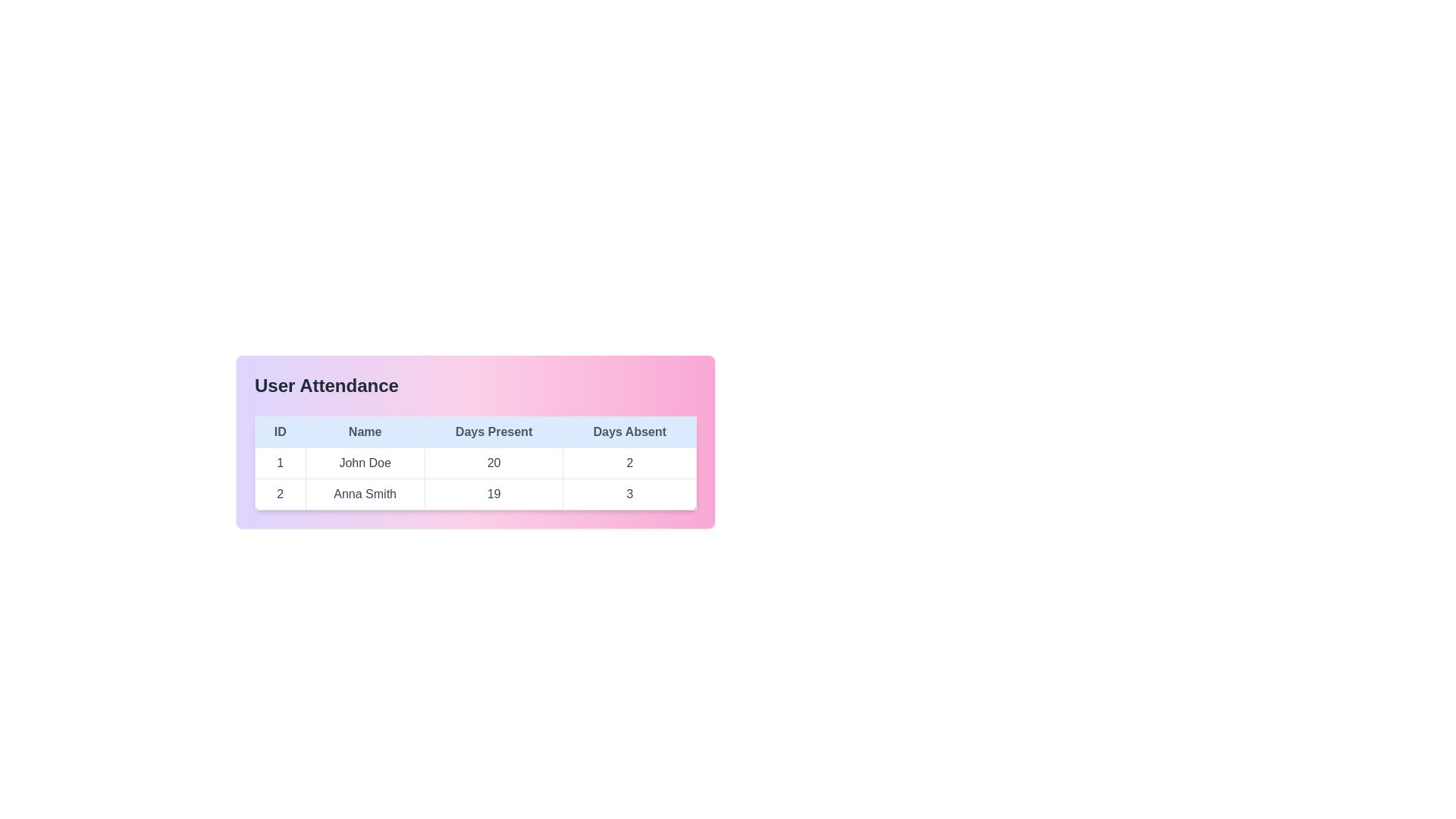 This screenshot has width=1456, height=819. I want to click on text content of the 'ID' column header cell, which is the first cell in the header row of the table, located to the left of the 'Name' header cell, so click(280, 432).